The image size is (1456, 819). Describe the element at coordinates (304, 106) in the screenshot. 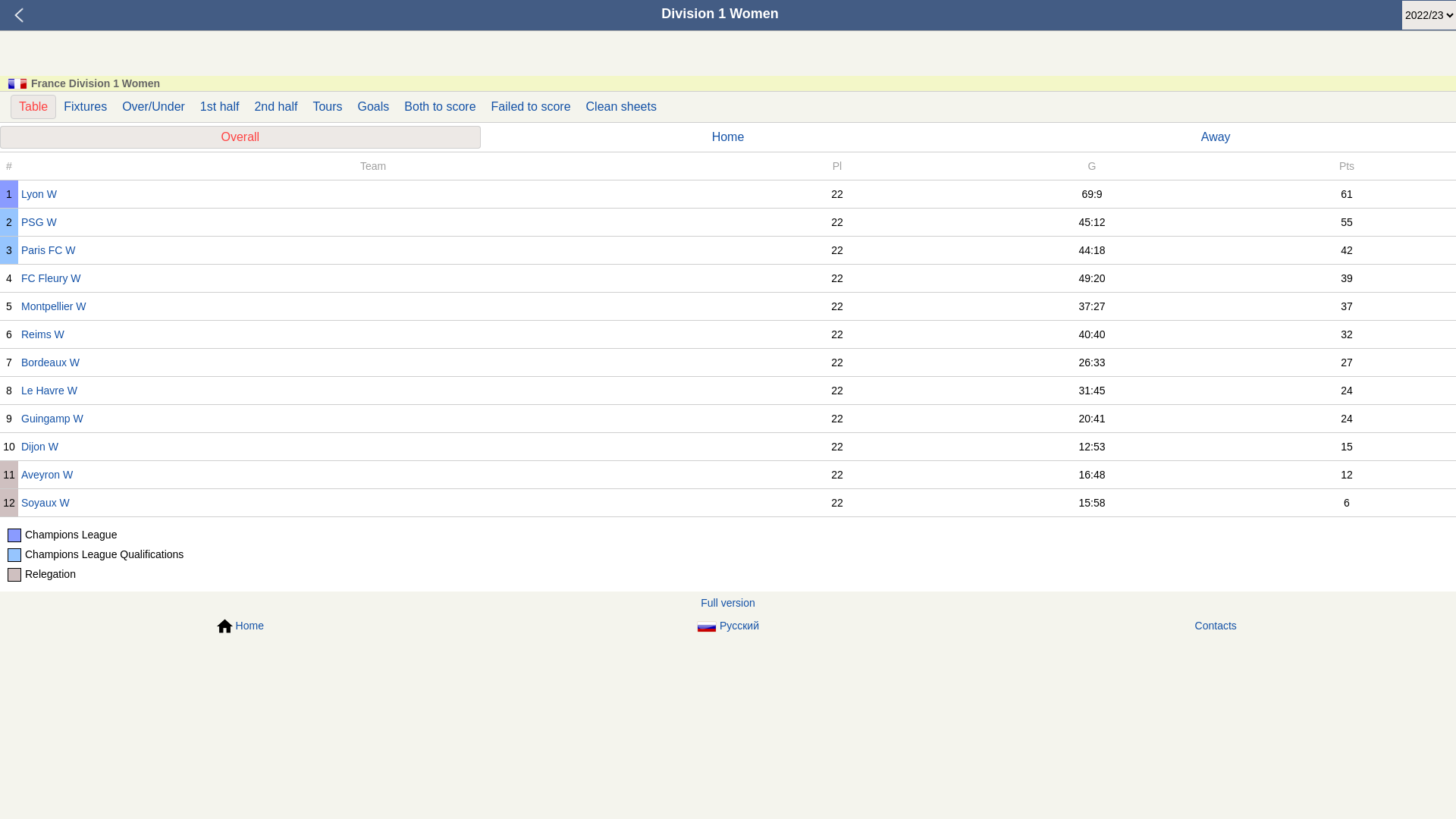

I see `'Tours'` at that location.